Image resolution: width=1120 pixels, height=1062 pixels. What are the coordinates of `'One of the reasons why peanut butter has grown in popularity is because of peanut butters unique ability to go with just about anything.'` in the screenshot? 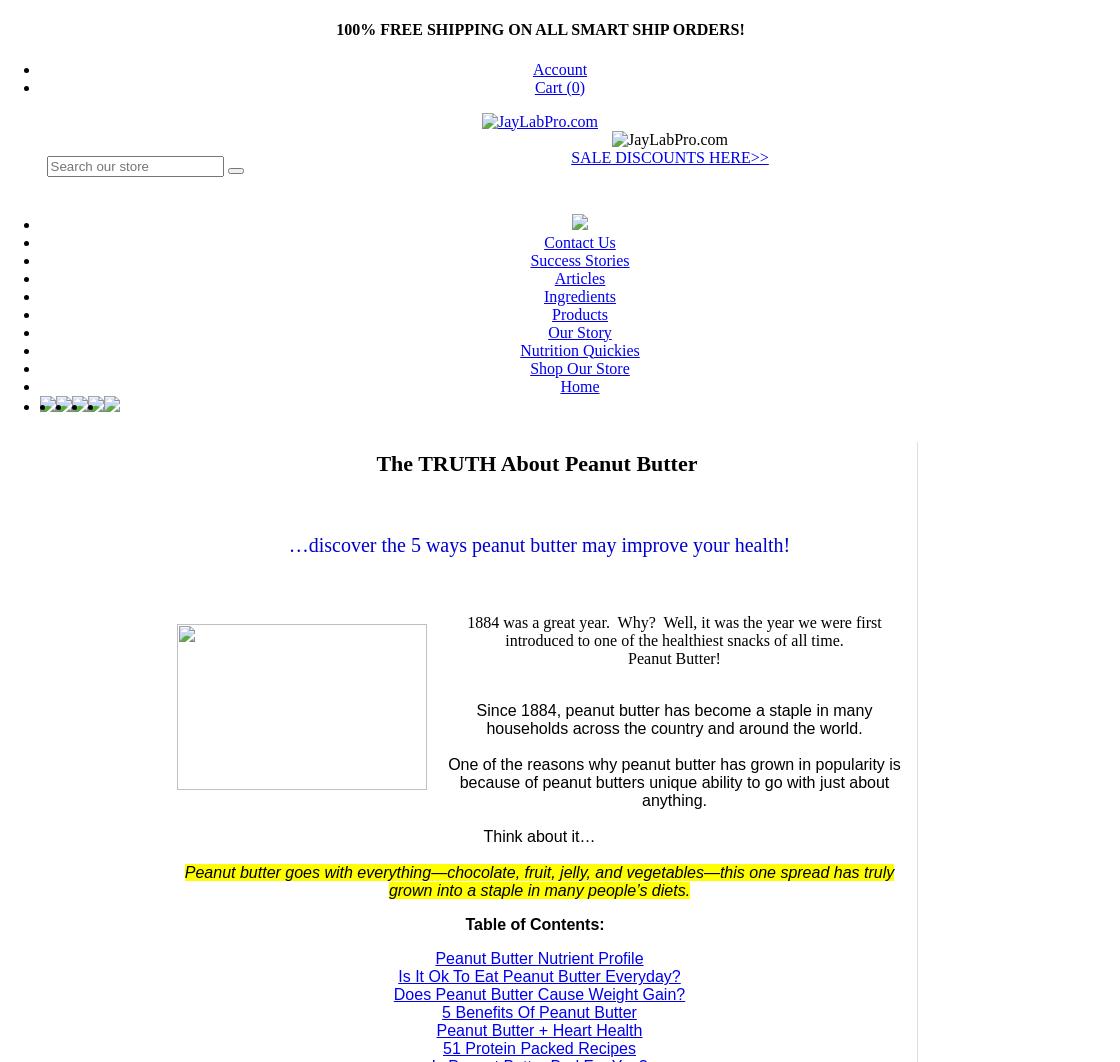 It's located at (674, 782).